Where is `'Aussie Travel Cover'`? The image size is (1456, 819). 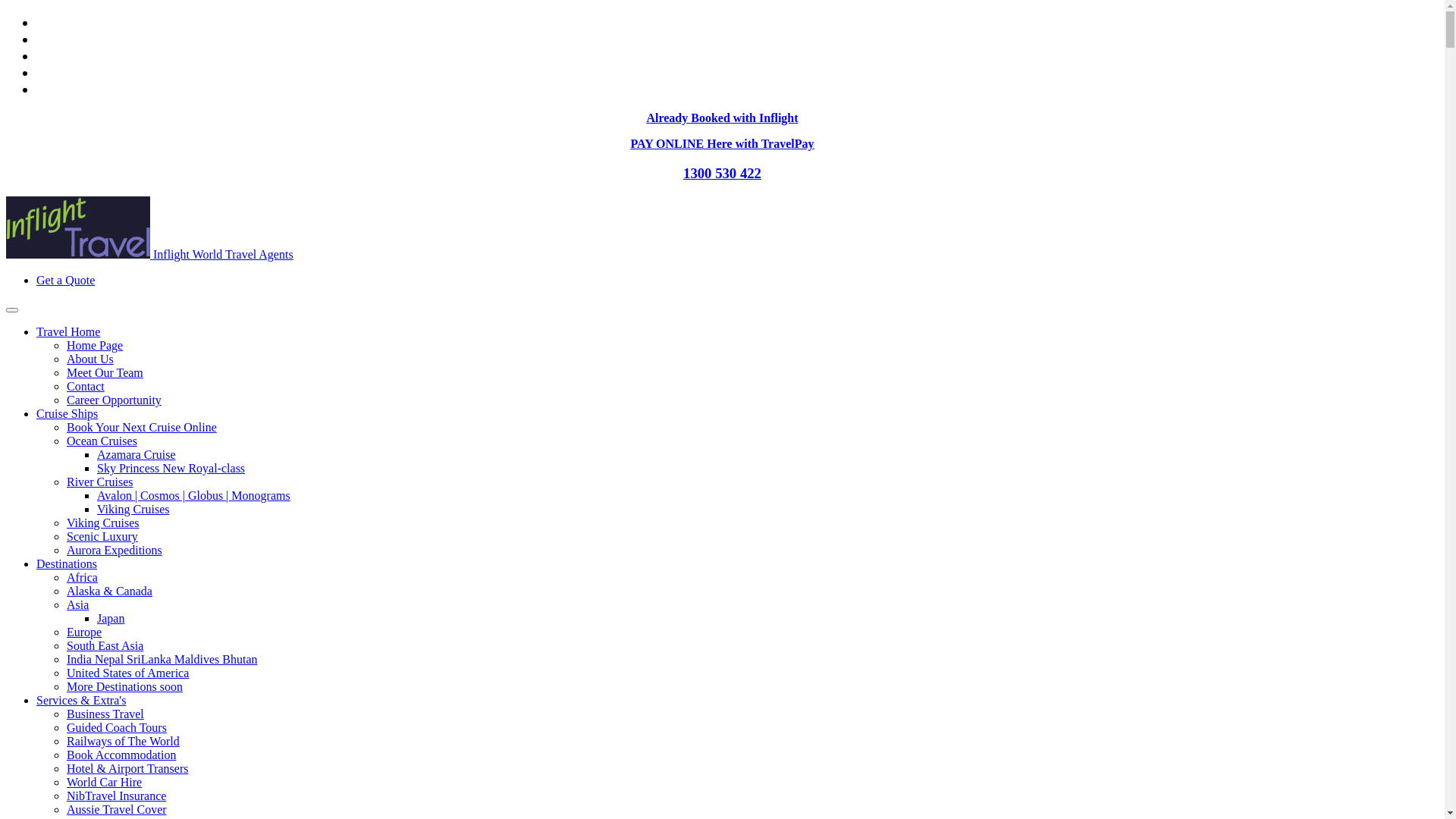
'Aussie Travel Cover' is located at coordinates (115, 808).